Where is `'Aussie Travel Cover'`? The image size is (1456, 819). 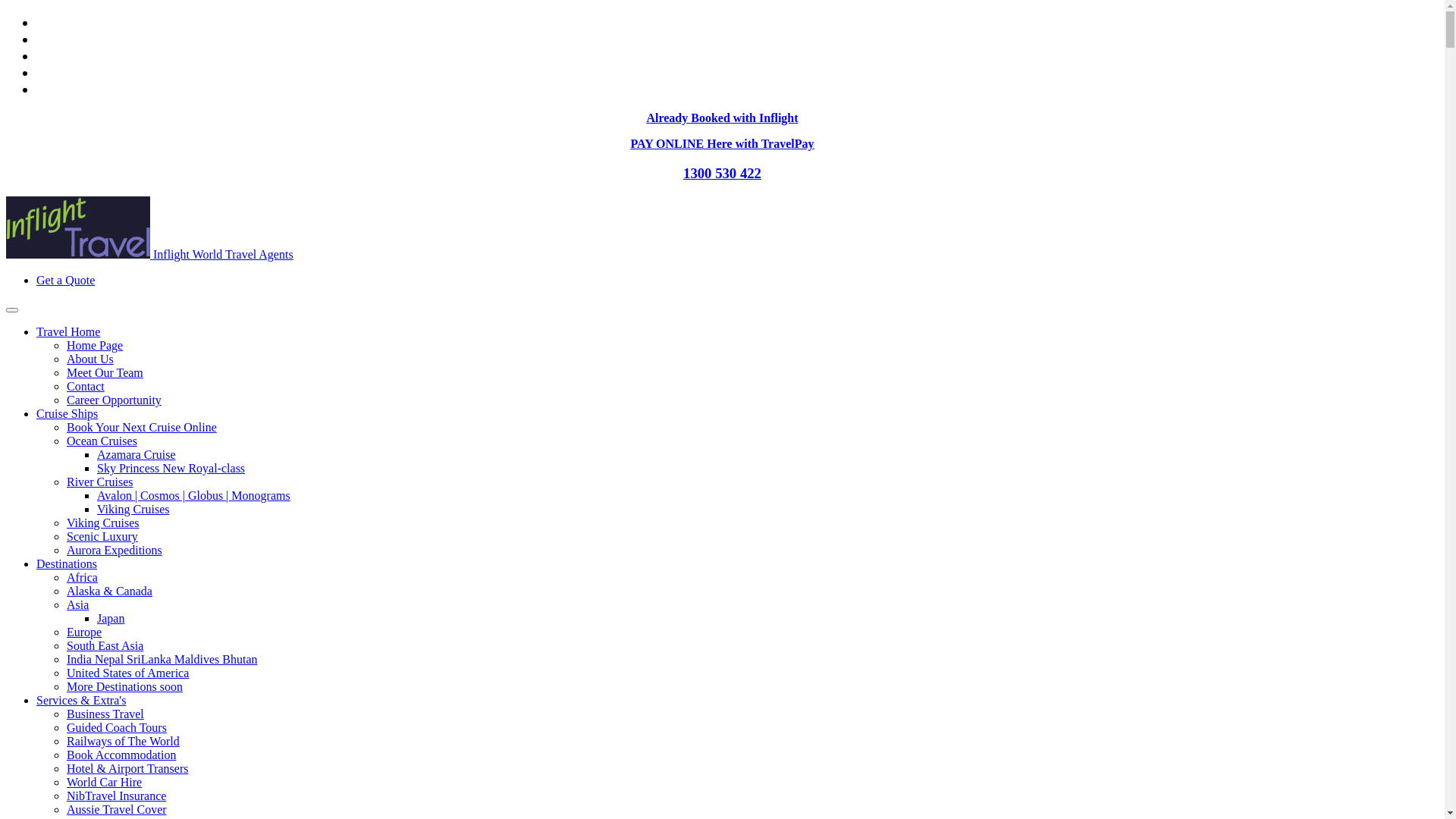
'Aussie Travel Cover' is located at coordinates (115, 808).